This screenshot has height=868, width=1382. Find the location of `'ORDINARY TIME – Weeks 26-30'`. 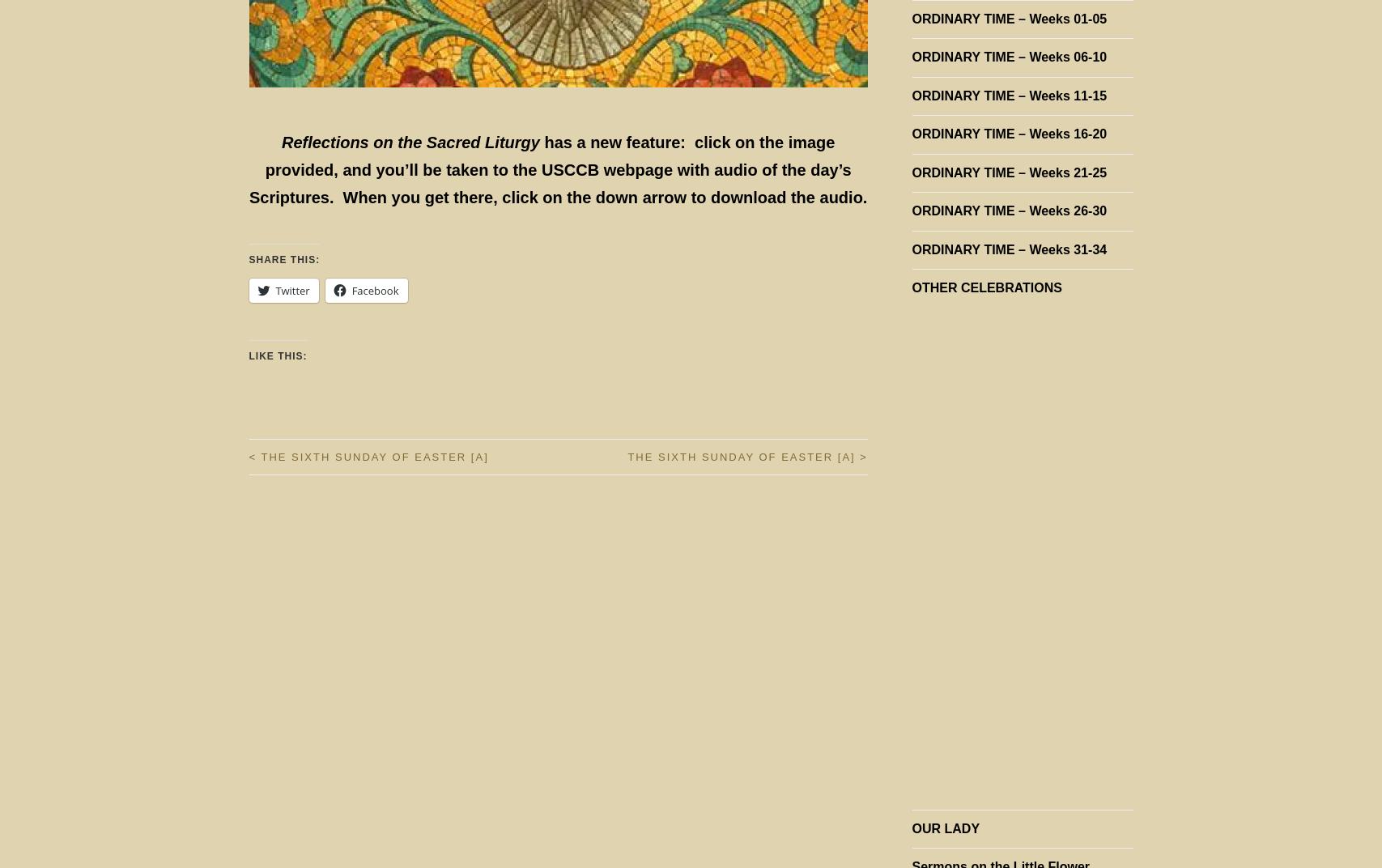

'ORDINARY TIME – Weeks 26-30' is located at coordinates (1008, 211).